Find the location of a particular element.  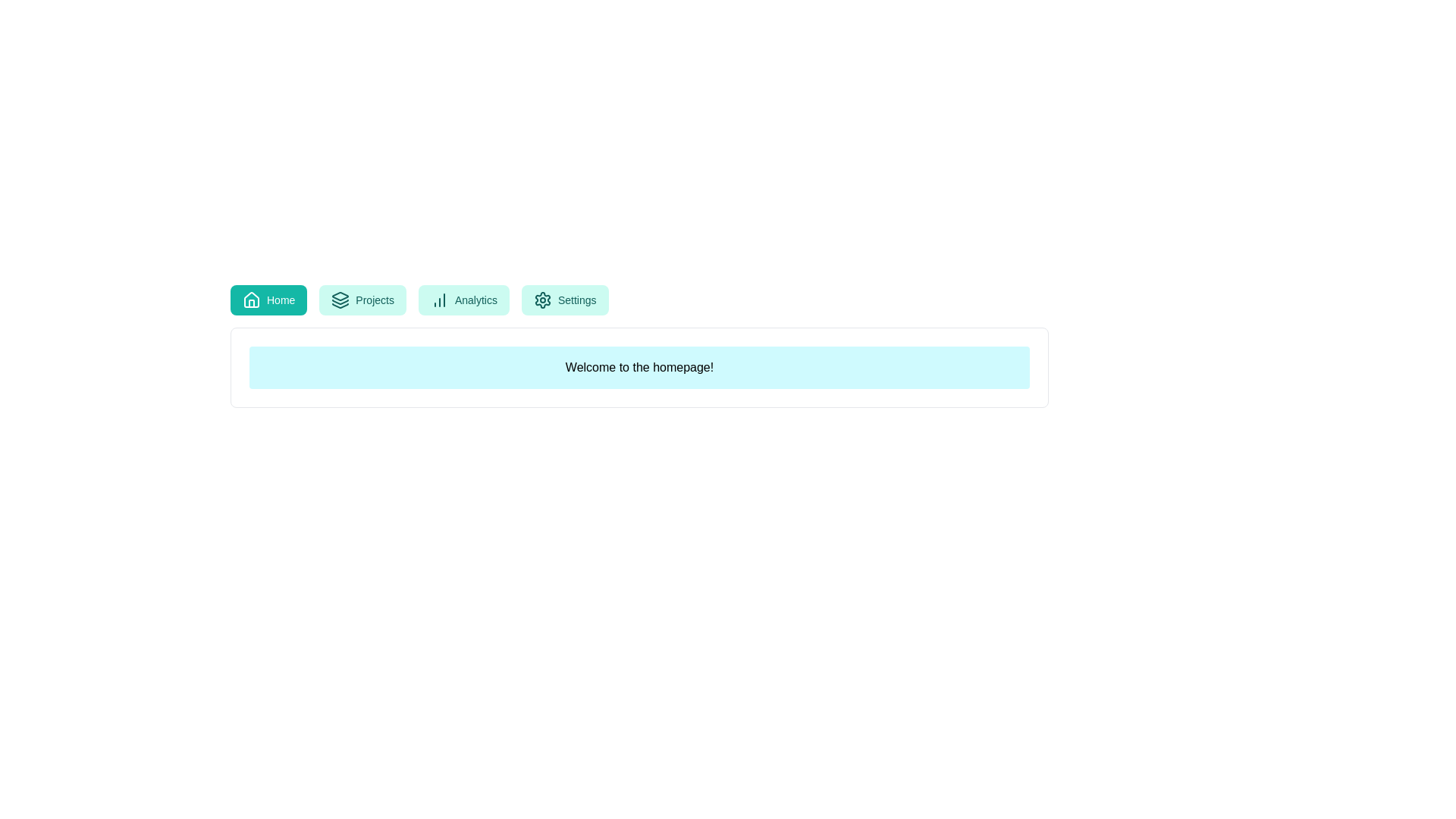

the Projects tab to view its content is located at coordinates (362, 300).